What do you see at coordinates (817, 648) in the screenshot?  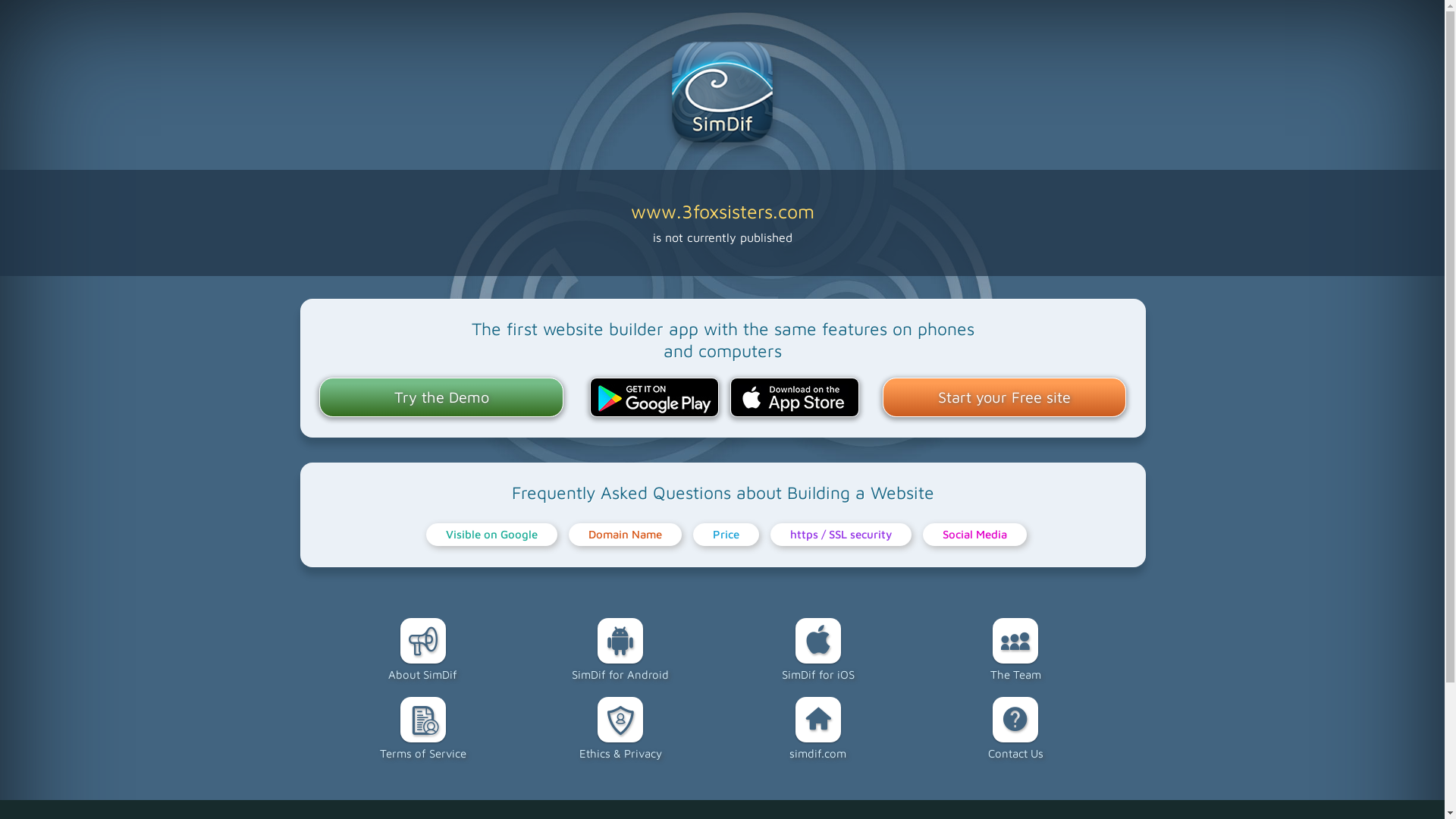 I see `'SimDif for iOS'` at bounding box center [817, 648].